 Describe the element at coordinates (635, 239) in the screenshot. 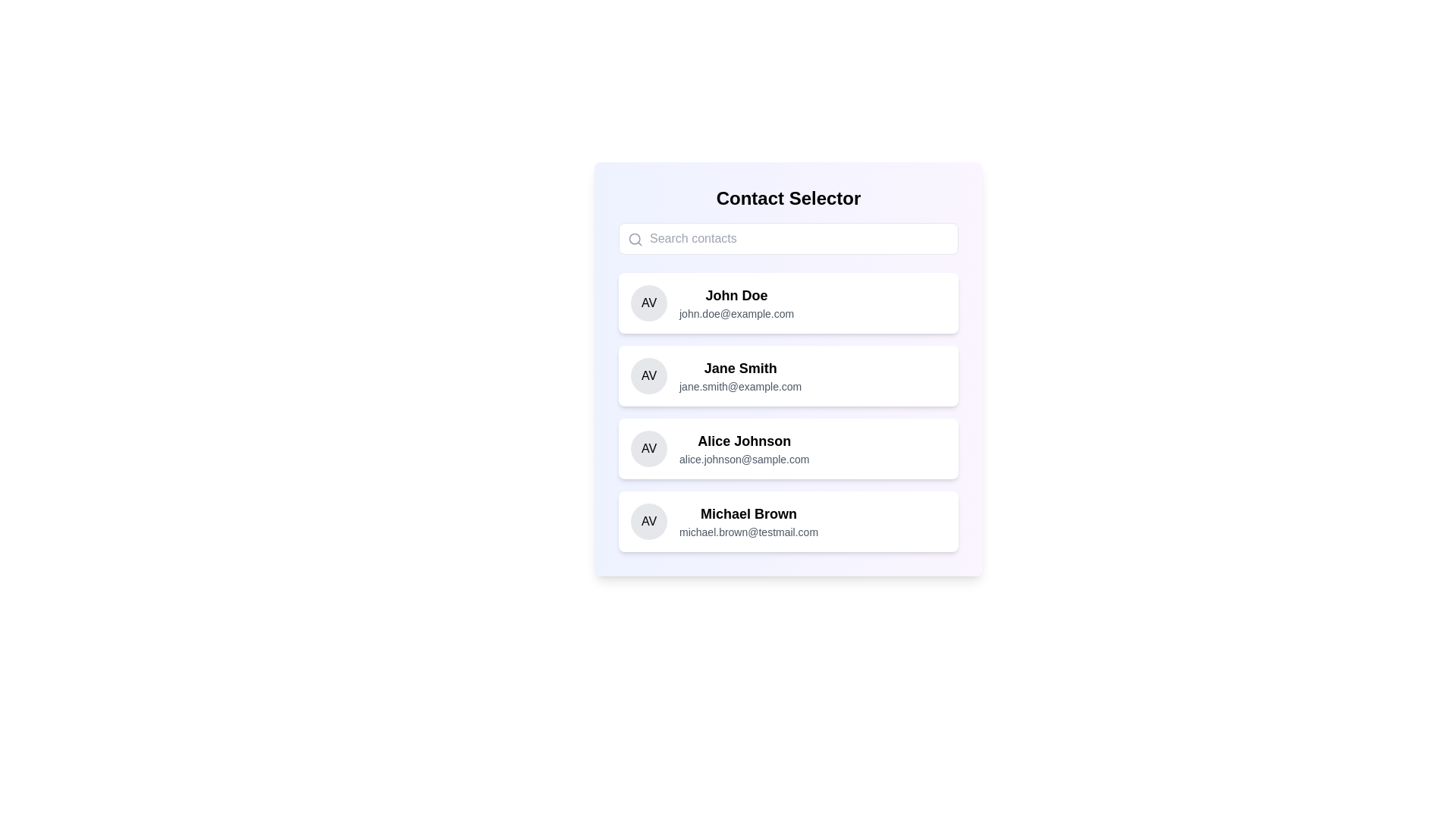

I see `the decorative circular element of the magnifying glass icon, which symbolizes the lens portion of the search icon, located at the top-left corner of the search bar interface` at that location.